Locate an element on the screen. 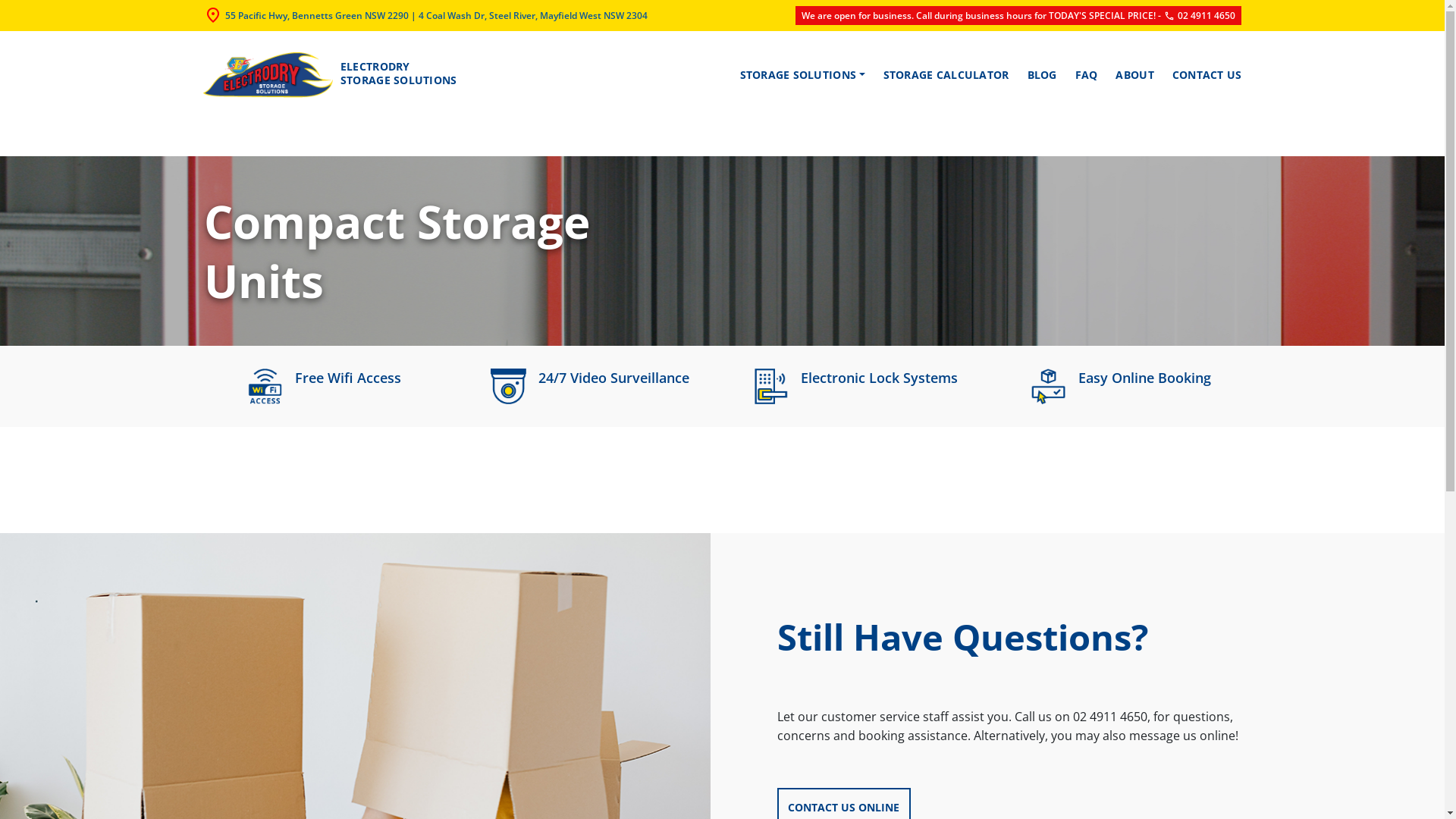 This screenshot has height=819, width=1456. 'FAQ' is located at coordinates (1086, 75).